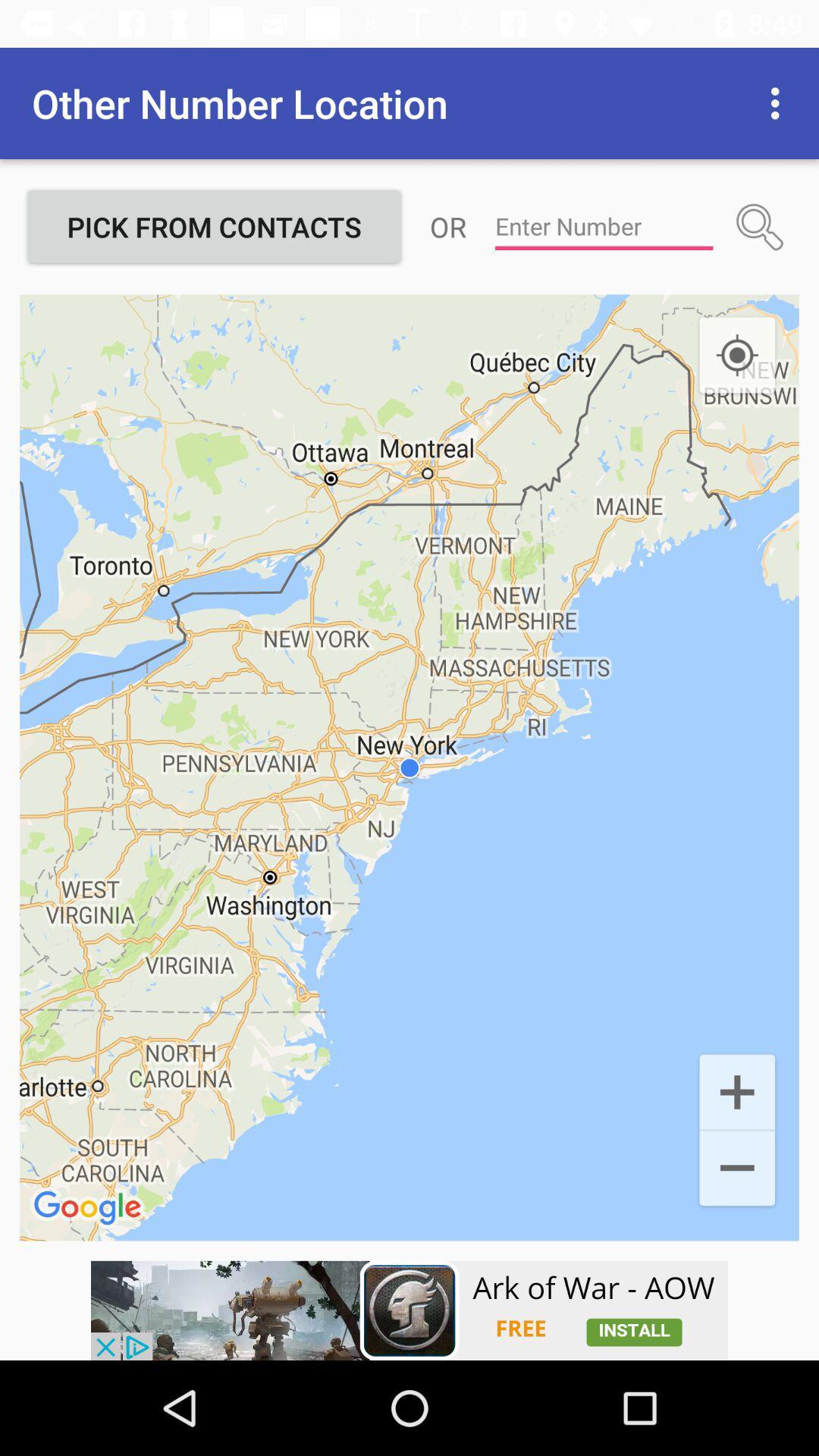 The image size is (819, 1456). What do you see at coordinates (760, 226) in the screenshot?
I see `search number` at bounding box center [760, 226].